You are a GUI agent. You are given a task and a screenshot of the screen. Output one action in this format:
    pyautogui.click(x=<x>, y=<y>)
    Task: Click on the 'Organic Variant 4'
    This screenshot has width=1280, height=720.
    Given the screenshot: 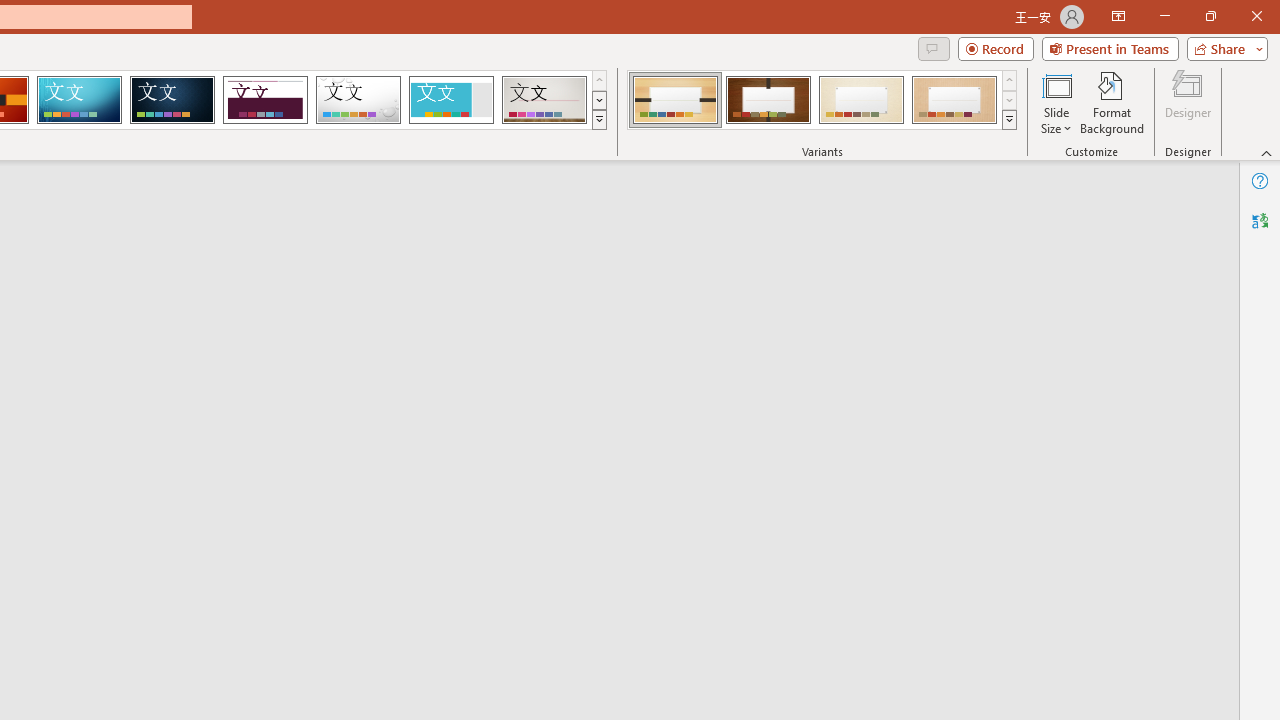 What is the action you would take?
    pyautogui.click(x=953, y=100)
    